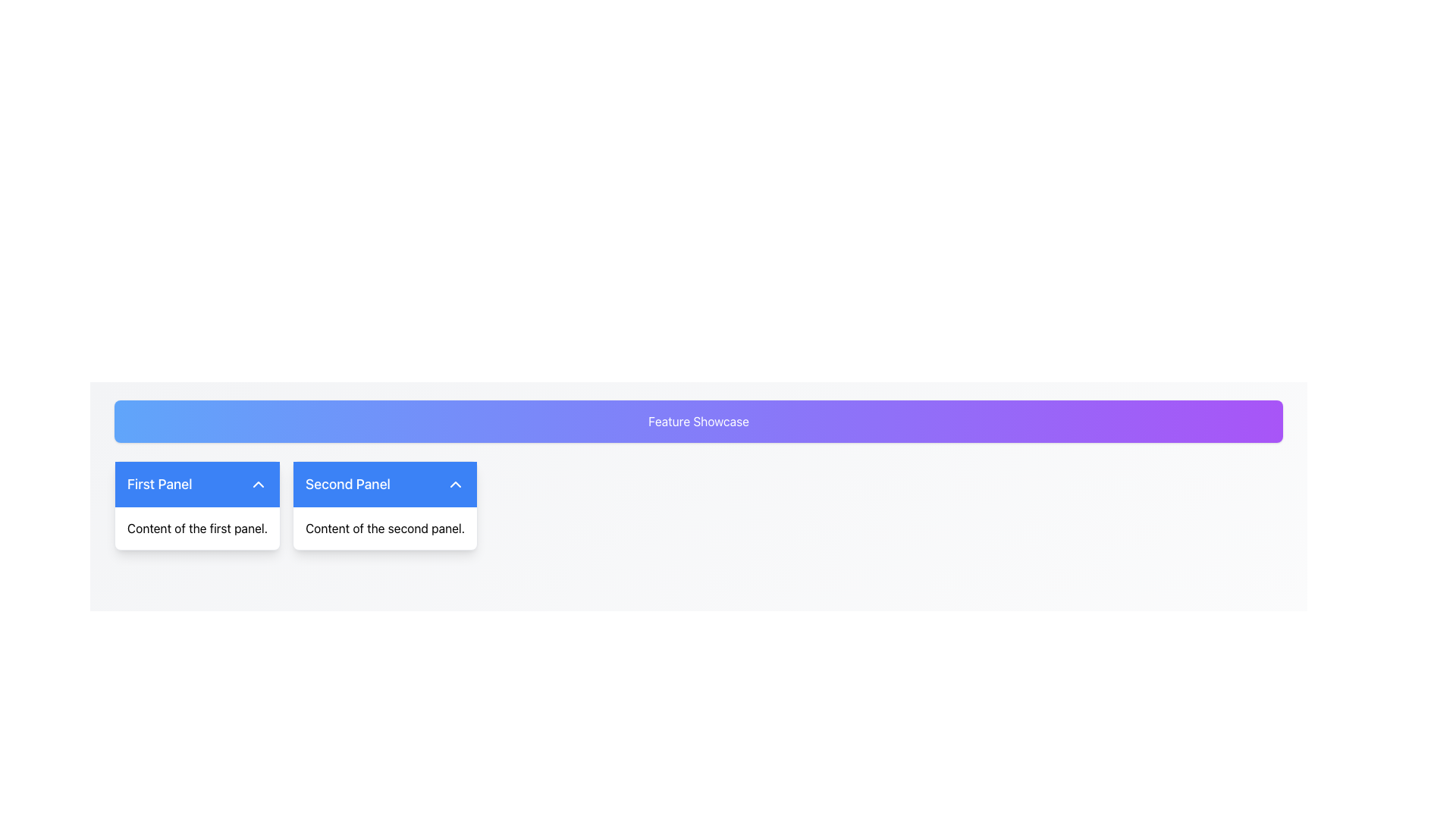  What do you see at coordinates (385, 528) in the screenshot?
I see `static text content located beneath the 'Second Panel' header in the dropdown, which provides detailed information relevant to user interaction` at bounding box center [385, 528].